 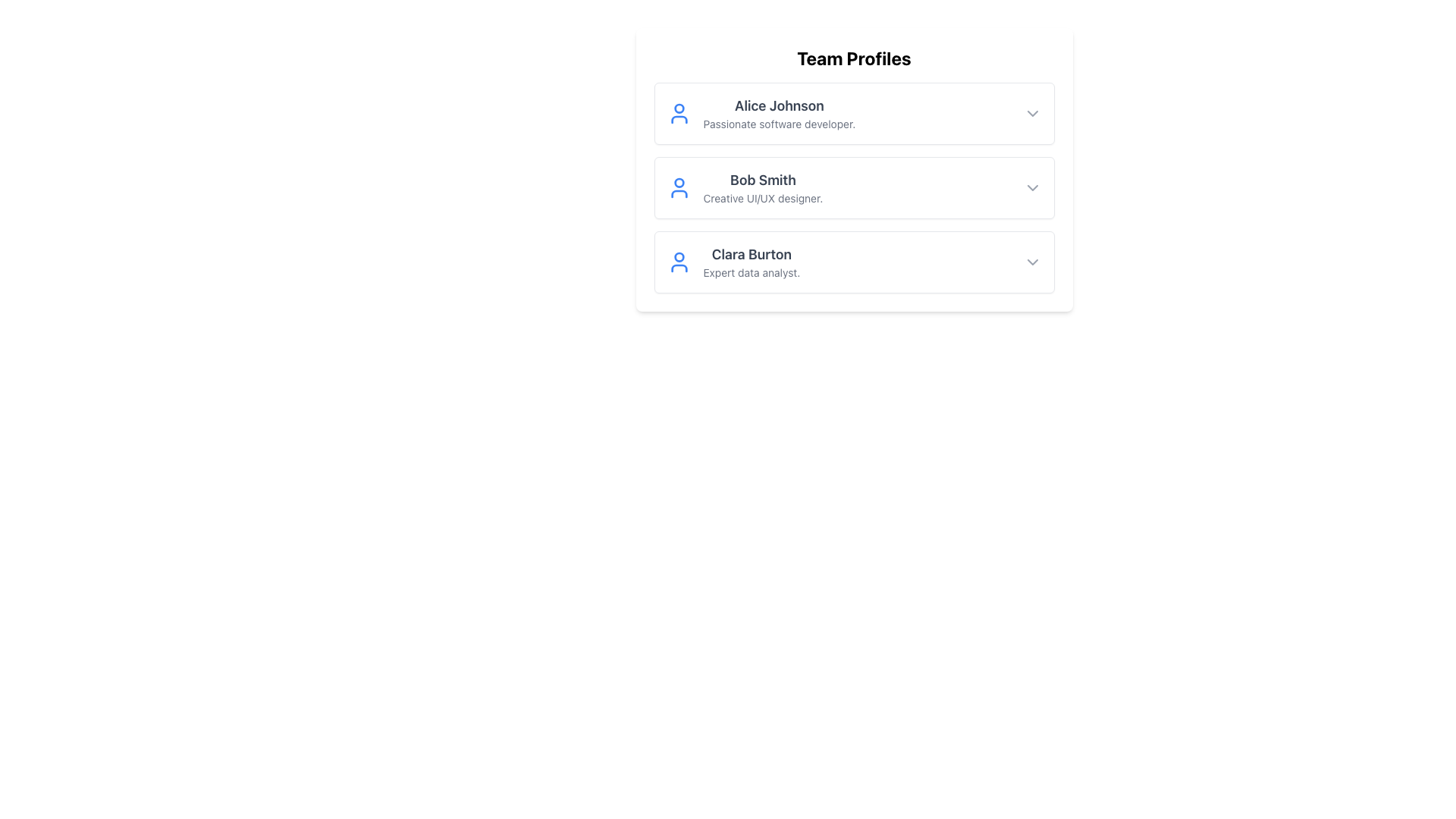 What do you see at coordinates (752, 271) in the screenshot?
I see `the Text Label that describes Clara Burton's expertise as a data analyst, located below her name in the Team Profiles interface` at bounding box center [752, 271].